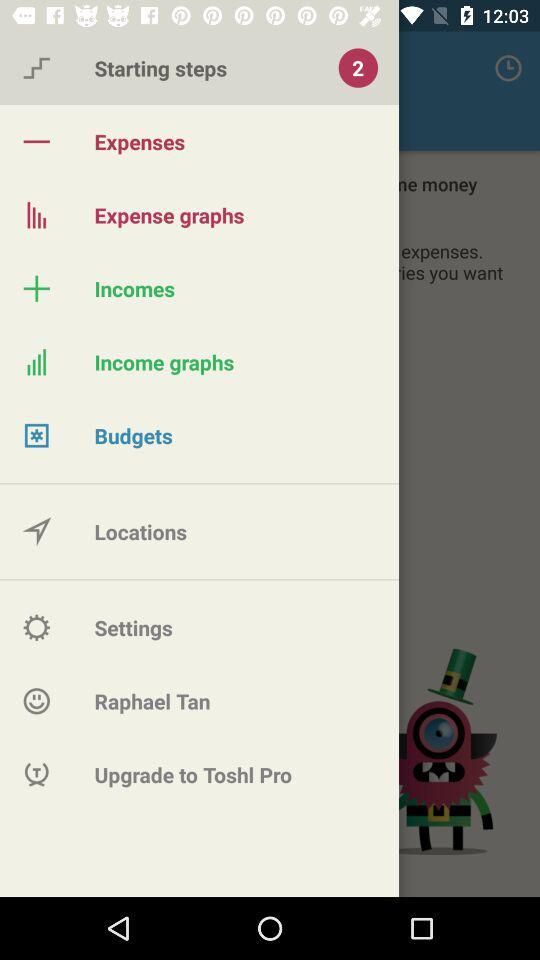 The width and height of the screenshot is (540, 960). What do you see at coordinates (508, 68) in the screenshot?
I see `the clock icon on the top right corner of the page` at bounding box center [508, 68].